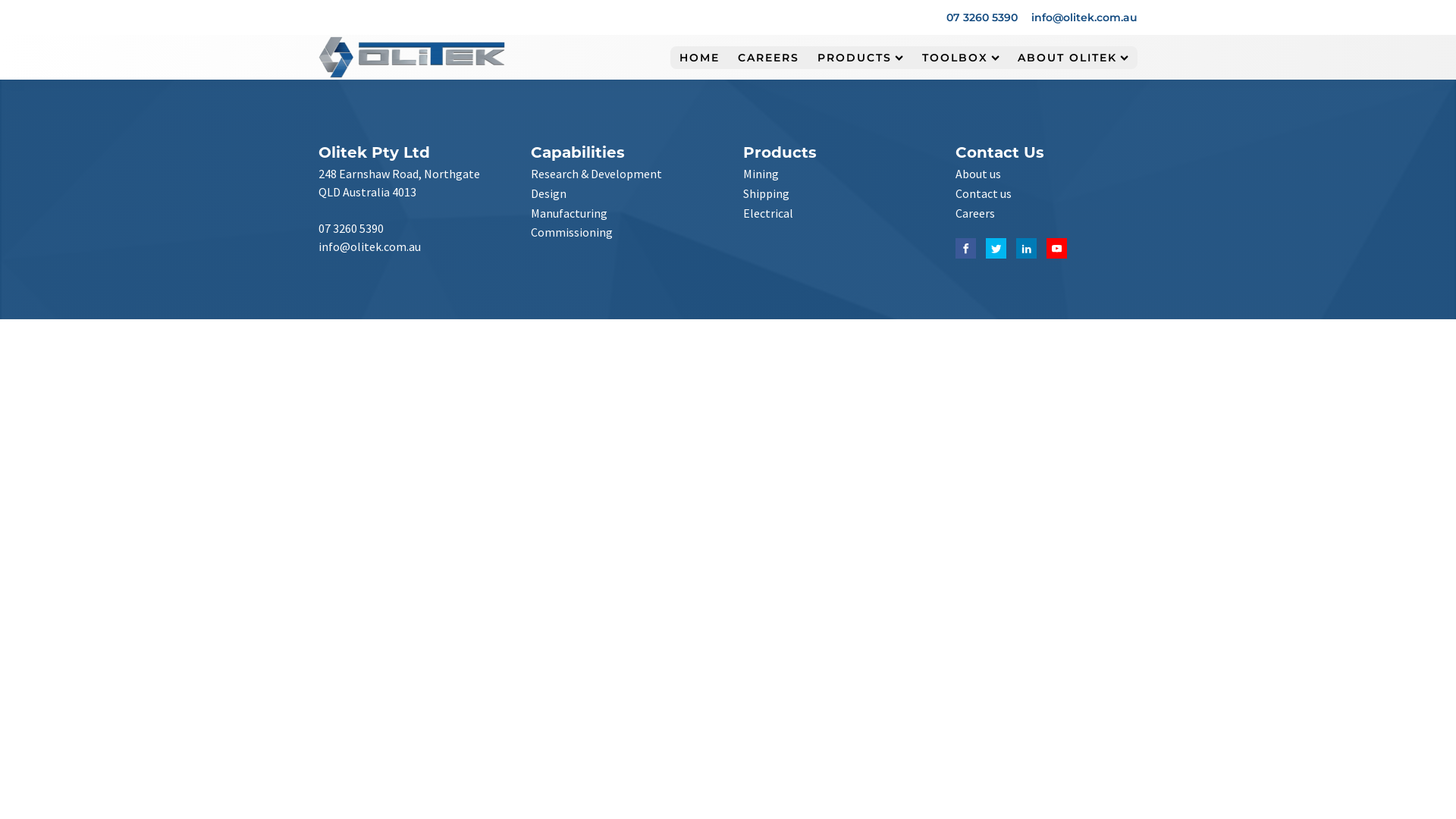  What do you see at coordinates (761, 174) in the screenshot?
I see `'Mining'` at bounding box center [761, 174].